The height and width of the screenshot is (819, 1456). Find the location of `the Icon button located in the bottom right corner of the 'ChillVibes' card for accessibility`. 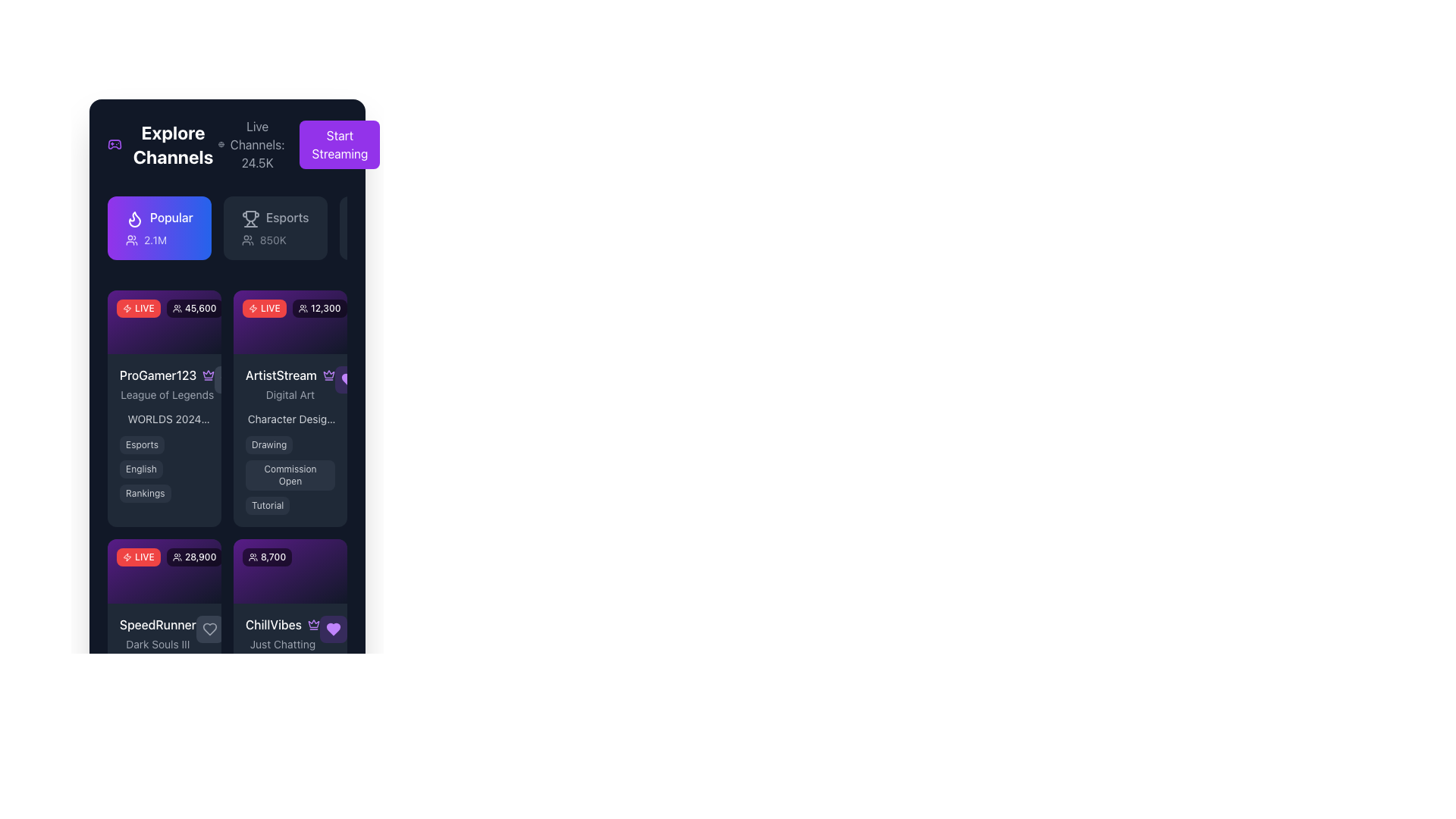

the Icon button located in the bottom right corner of the 'ChillVibes' card for accessibility is located at coordinates (332, 629).